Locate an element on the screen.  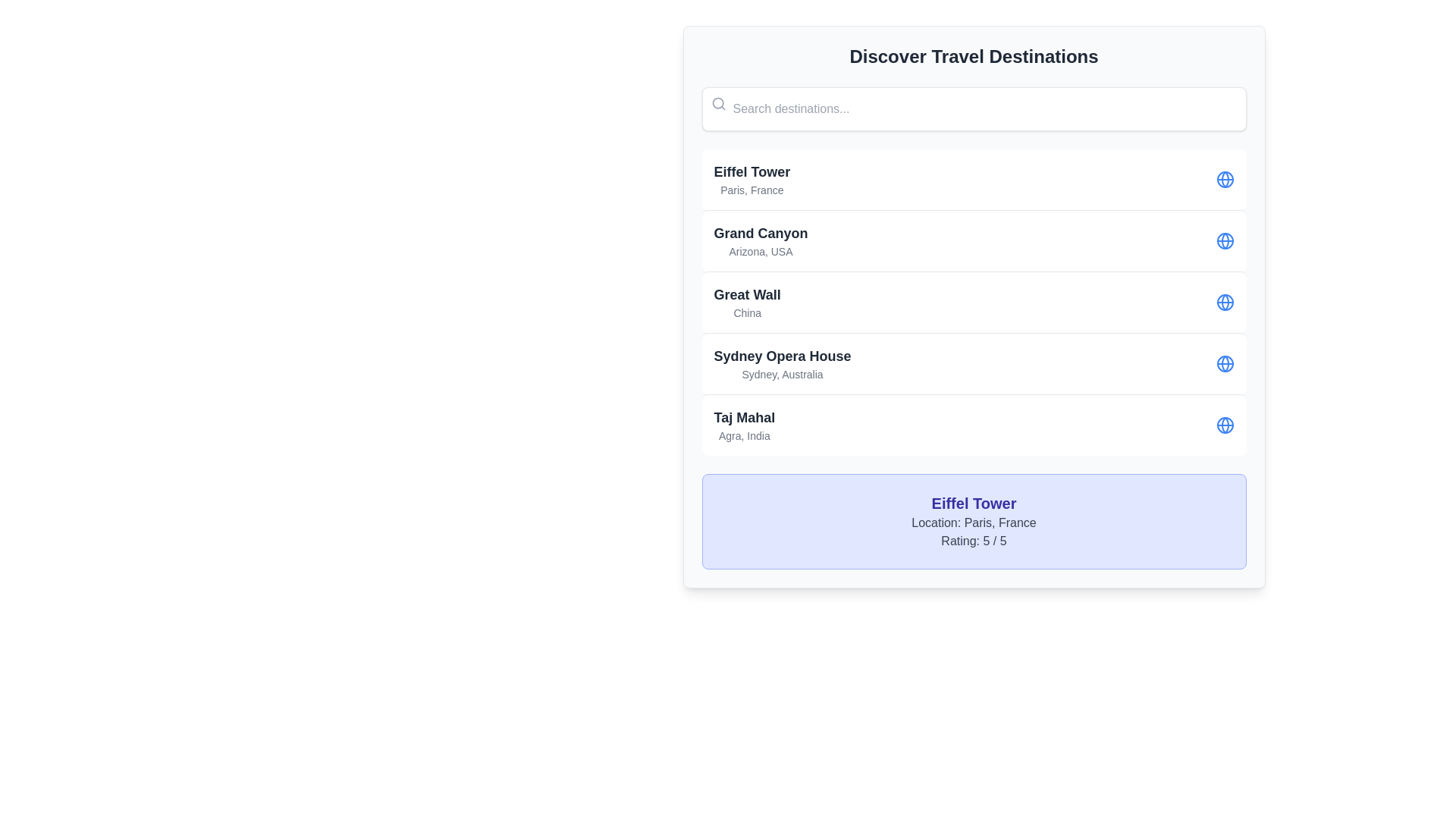
the content of the Information card displaying the Eiffel Tower, which is the sixth card in the travel destinations overview is located at coordinates (974, 520).